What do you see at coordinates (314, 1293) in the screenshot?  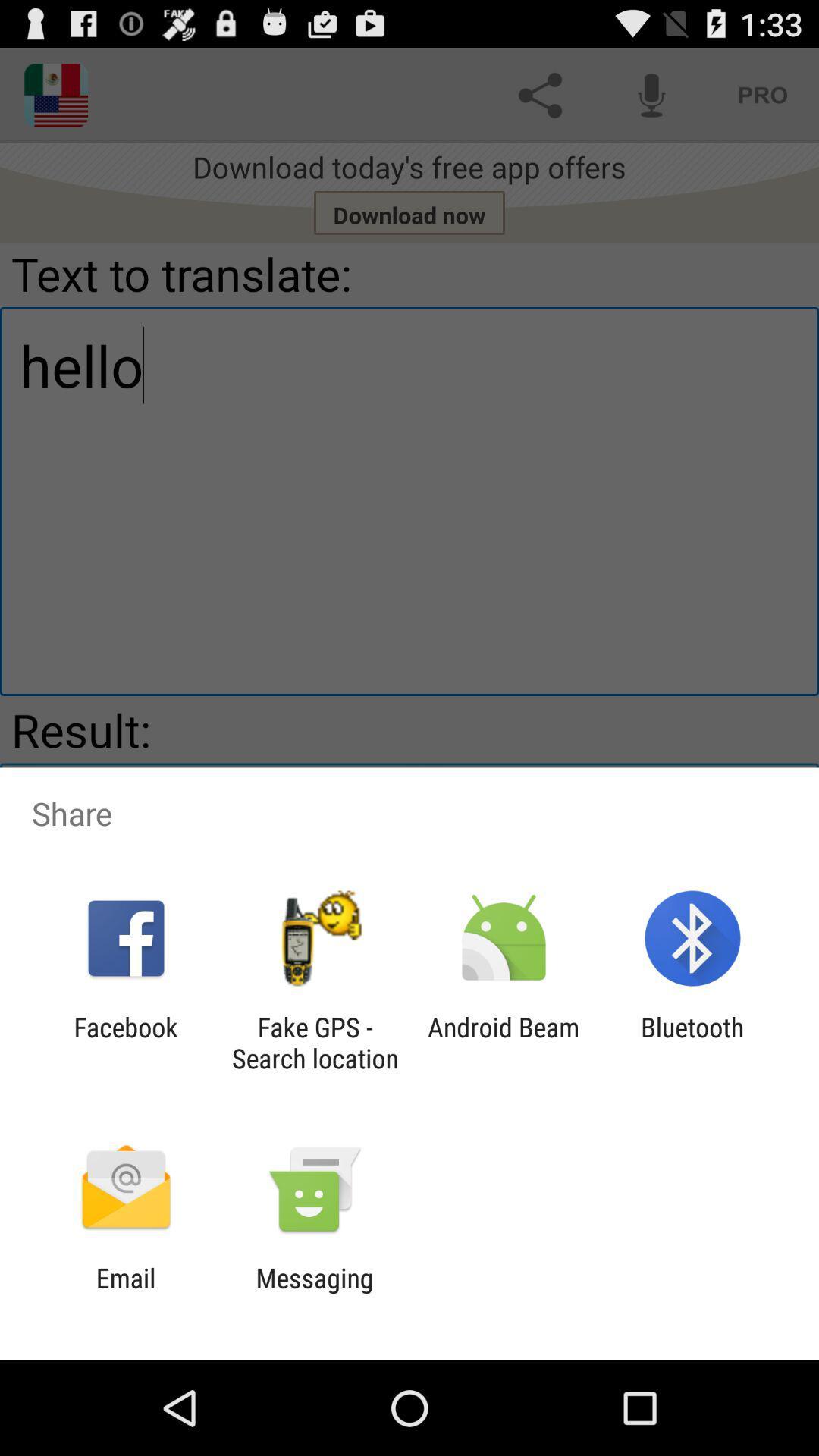 I see `the app to the right of email app` at bounding box center [314, 1293].